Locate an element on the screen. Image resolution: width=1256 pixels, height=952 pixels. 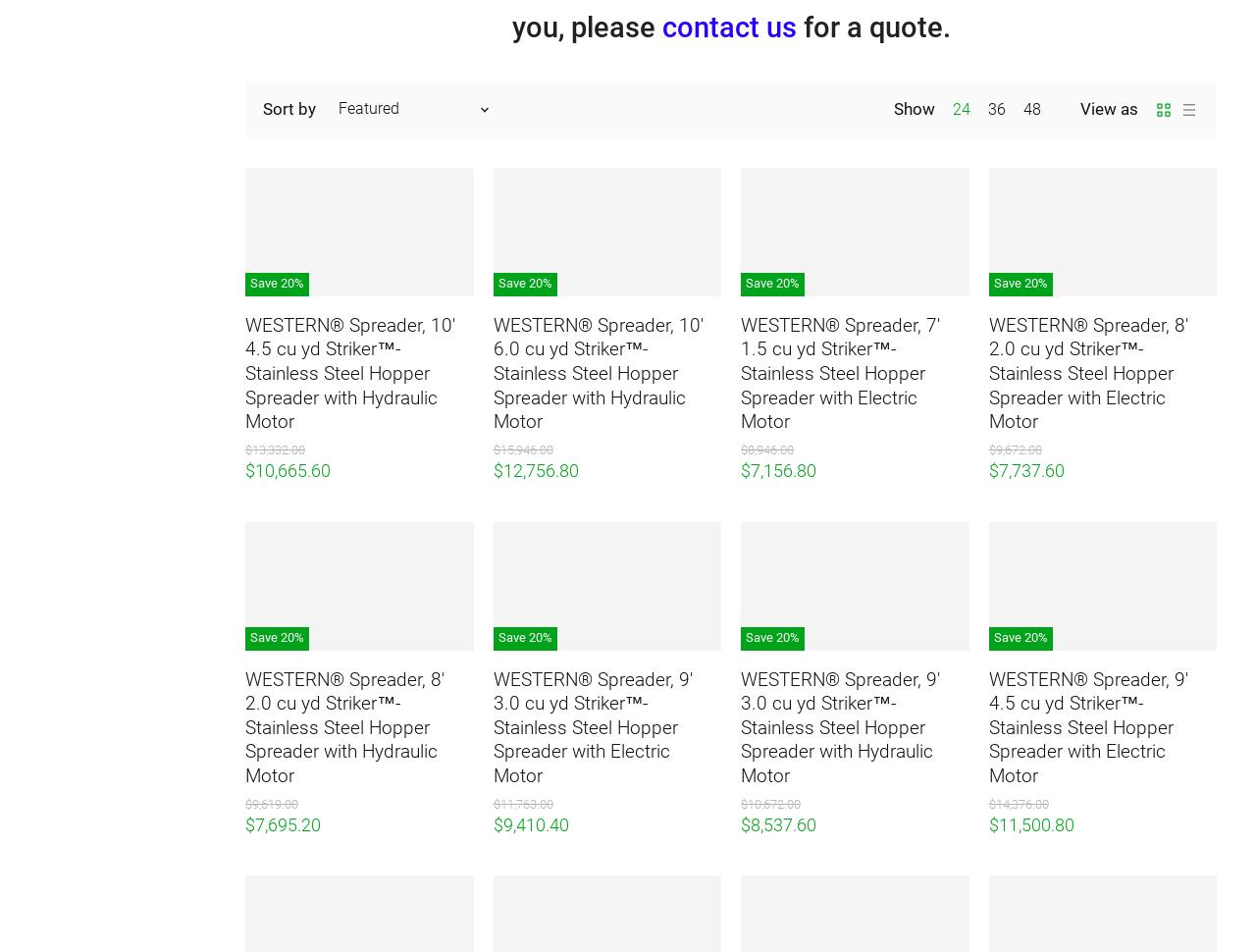
'$11,500.80' is located at coordinates (1029, 822).